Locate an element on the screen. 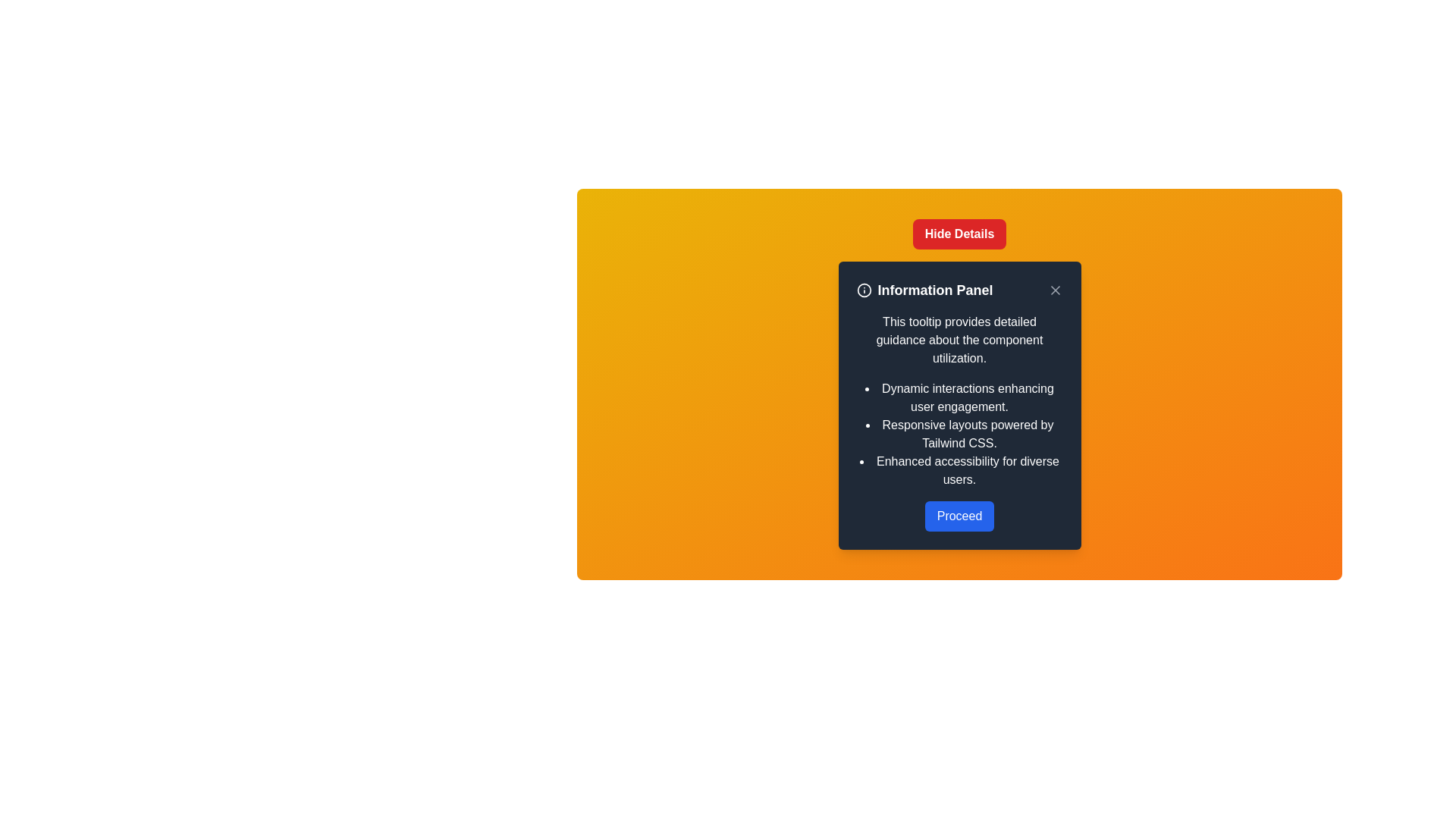  the bulleted list element located in the middle section of the tooltip popup panel is located at coordinates (959, 435).